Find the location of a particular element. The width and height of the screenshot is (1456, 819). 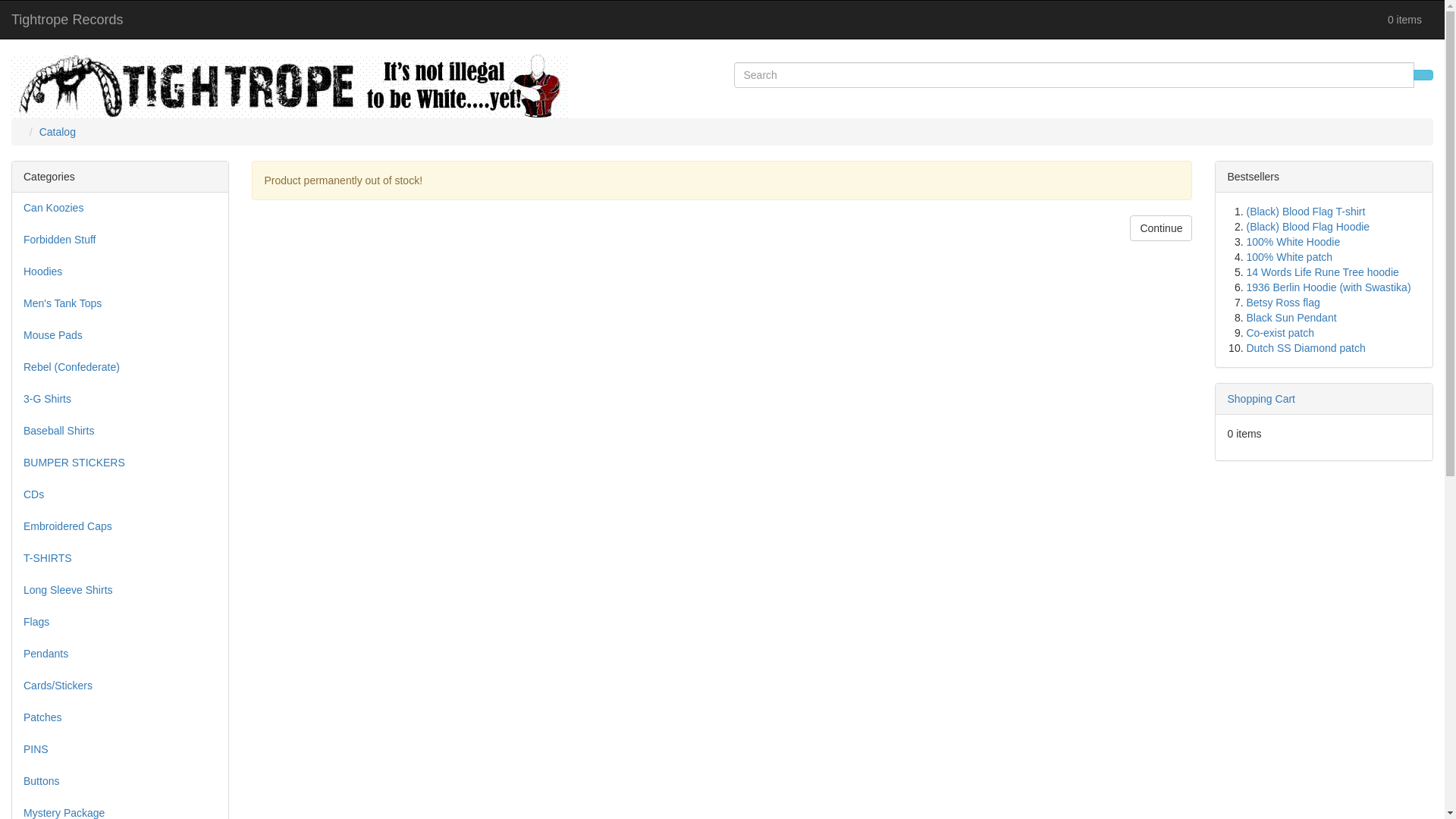

'Flags' is located at coordinates (119, 622).